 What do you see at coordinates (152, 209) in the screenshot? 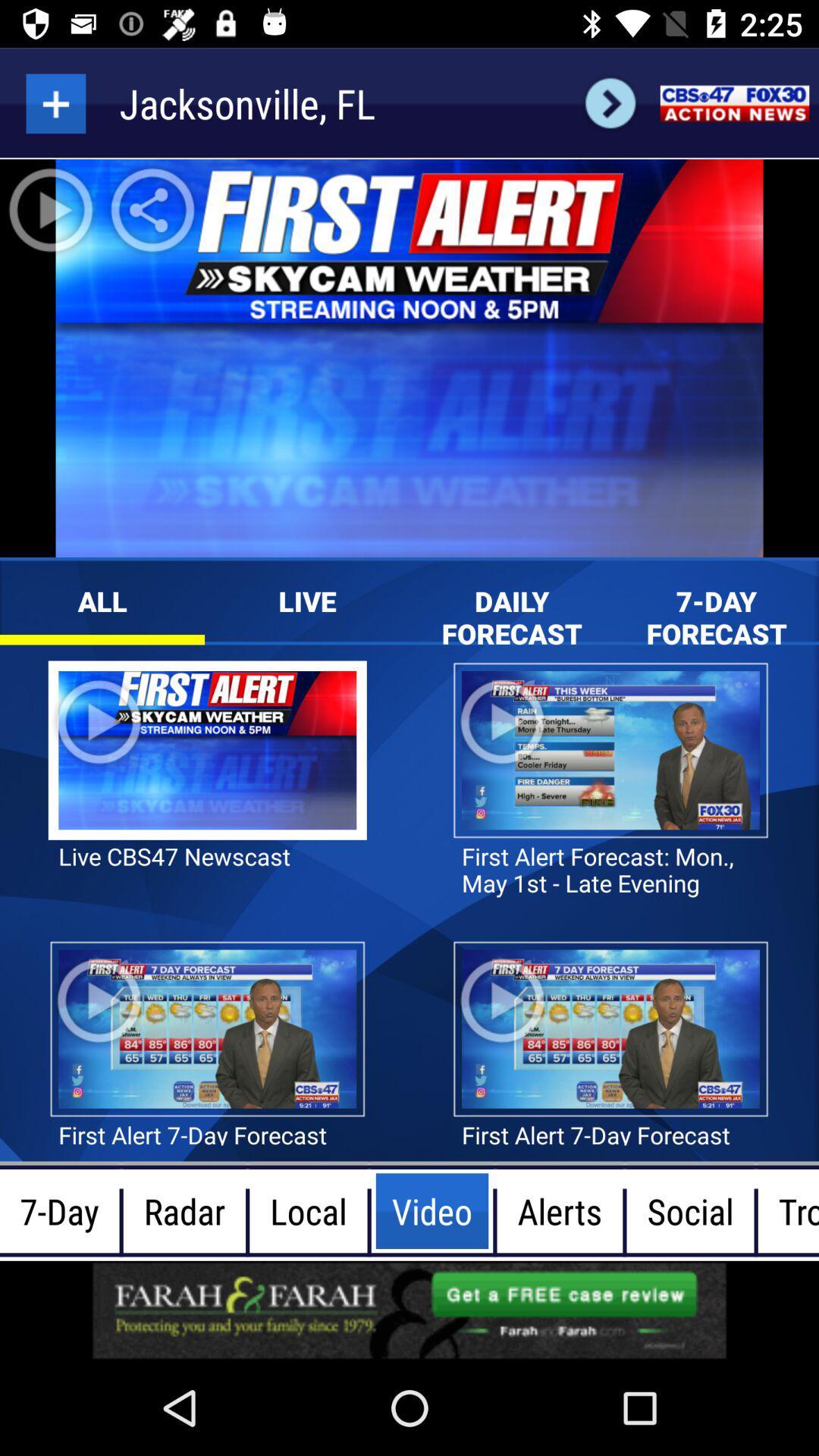
I see `the share icon` at bounding box center [152, 209].